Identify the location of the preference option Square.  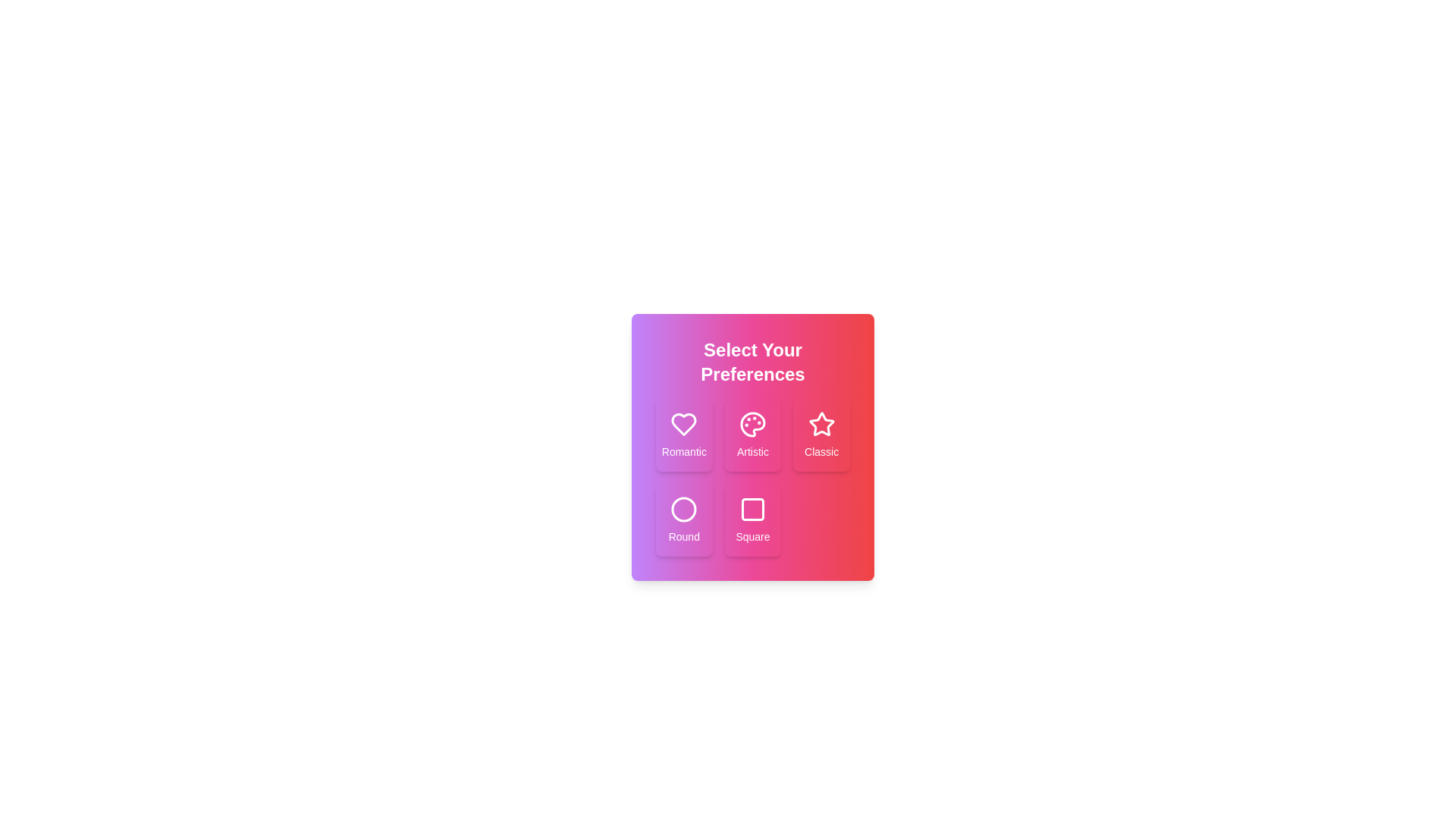
(753, 519).